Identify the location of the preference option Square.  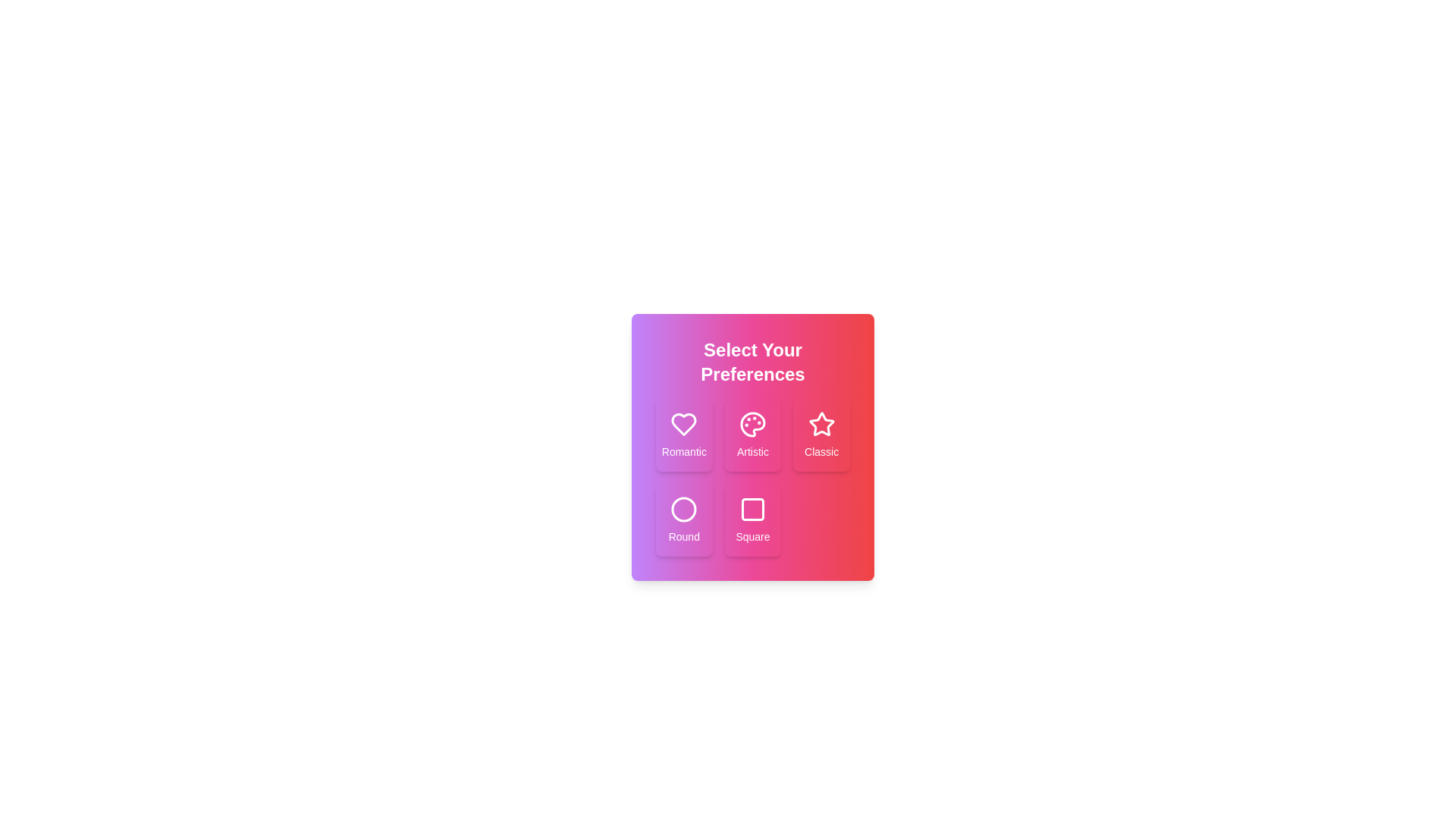
(753, 519).